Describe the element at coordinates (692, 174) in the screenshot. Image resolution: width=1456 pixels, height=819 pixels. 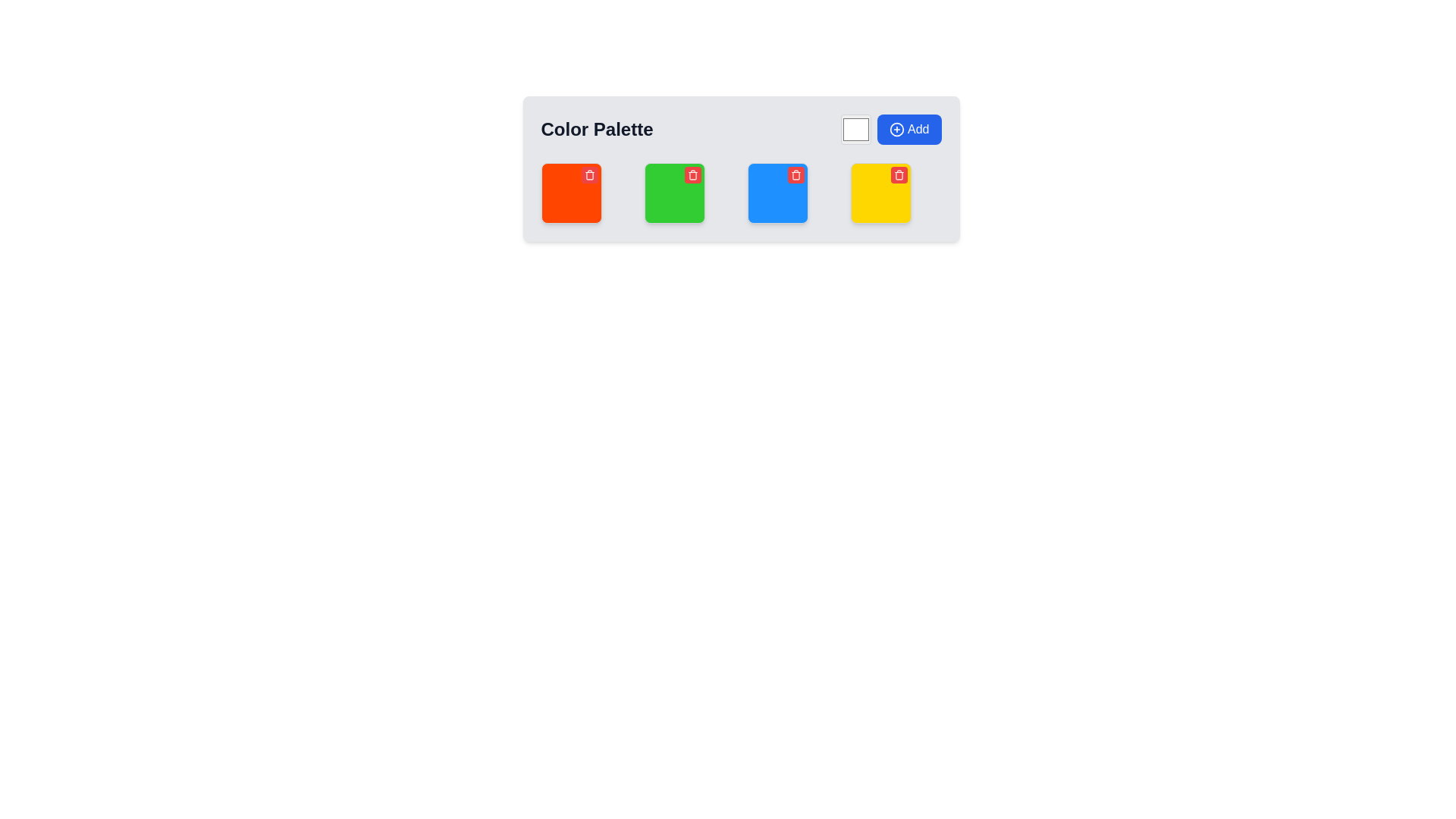
I see `the delete icon located in the top-right corner of the green square card within the Color Palette section` at that location.